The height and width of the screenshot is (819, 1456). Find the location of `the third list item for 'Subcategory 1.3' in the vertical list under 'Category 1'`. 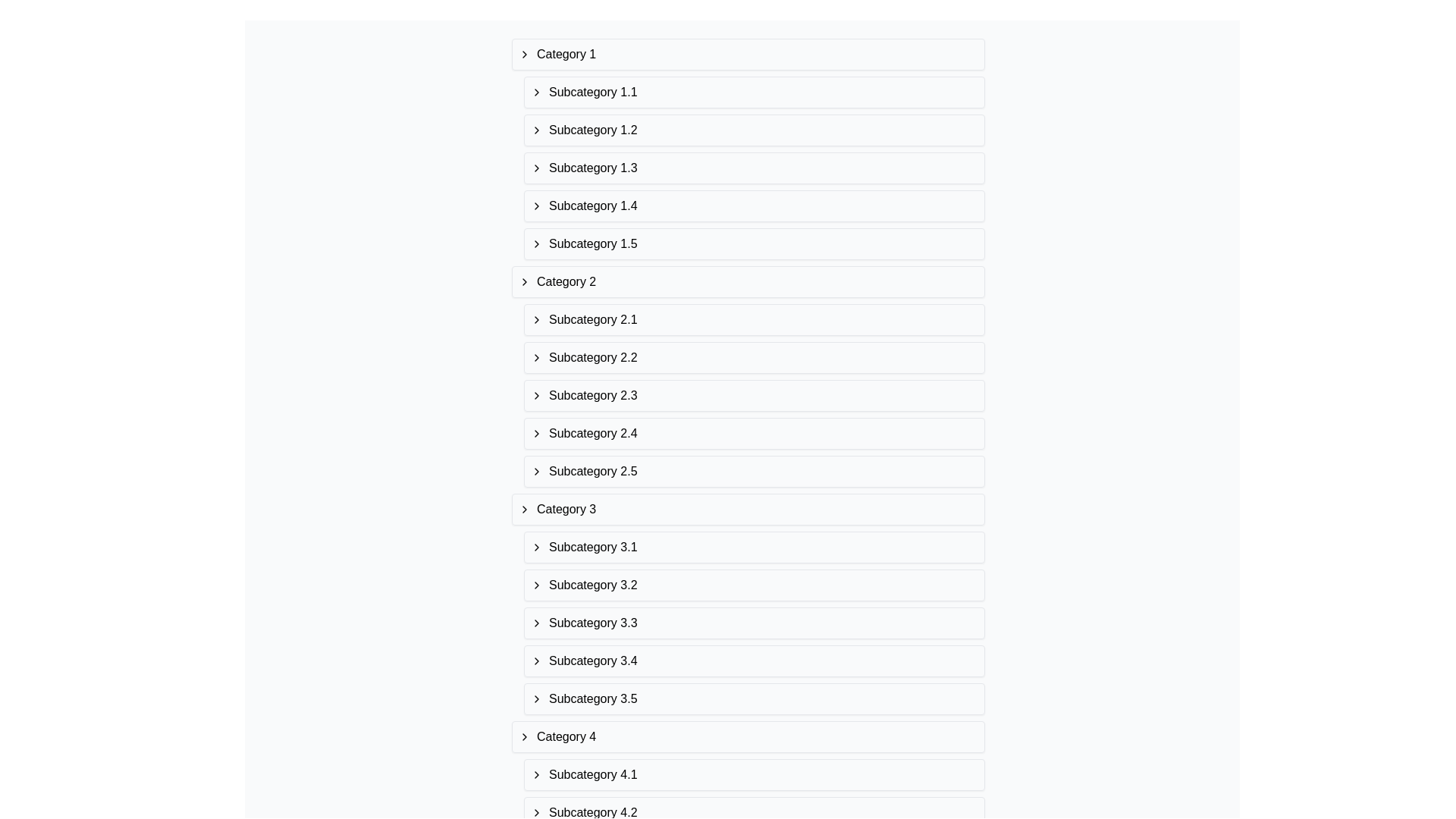

the third list item for 'Subcategory 1.3' in the vertical list under 'Category 1' is located at coordinates (748, 168).